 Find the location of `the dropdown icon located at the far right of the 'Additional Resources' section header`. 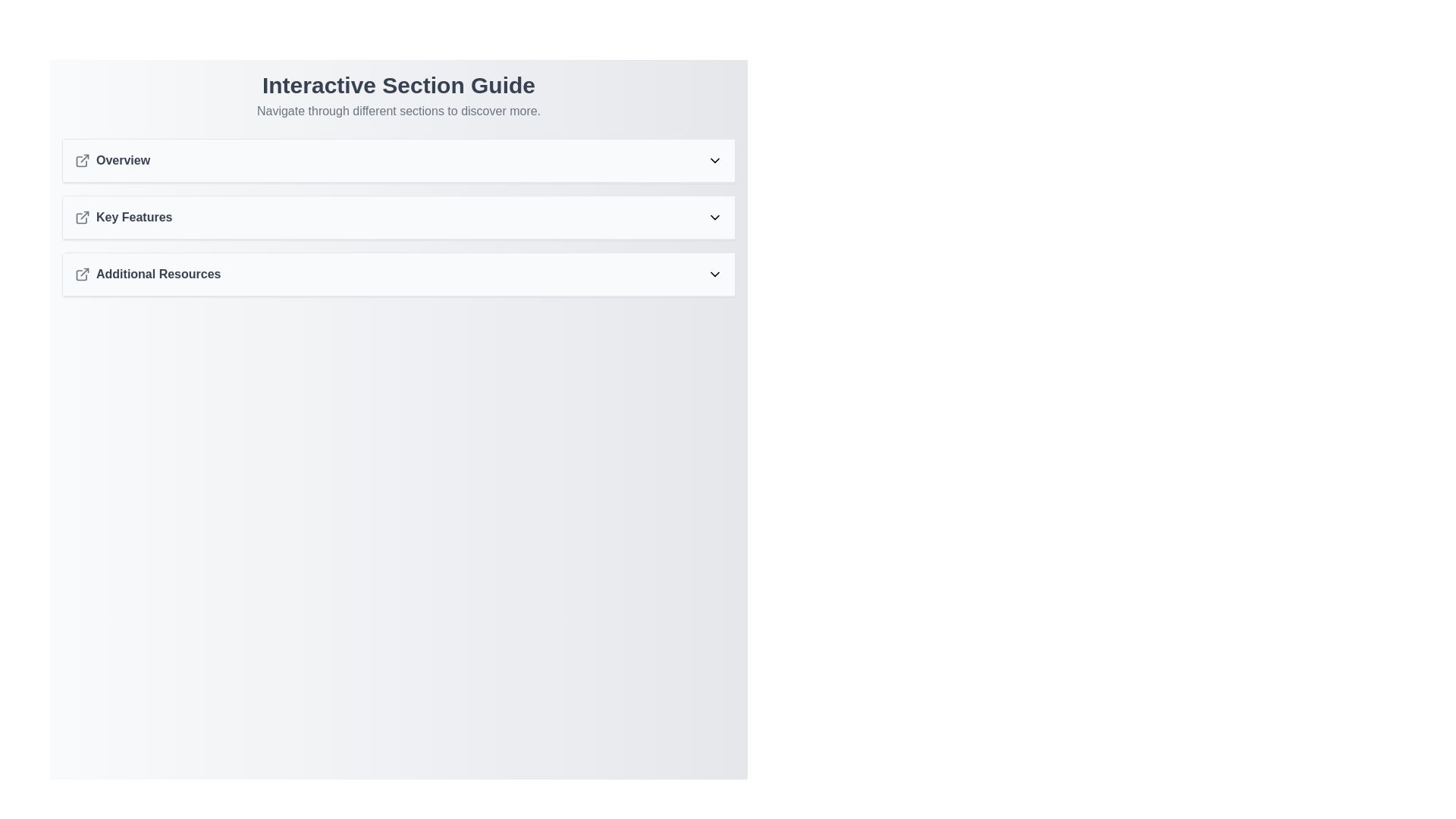

the dropdown icon located at the far right of the 'Additional Resources' section header is located at coordinates (714, 275).